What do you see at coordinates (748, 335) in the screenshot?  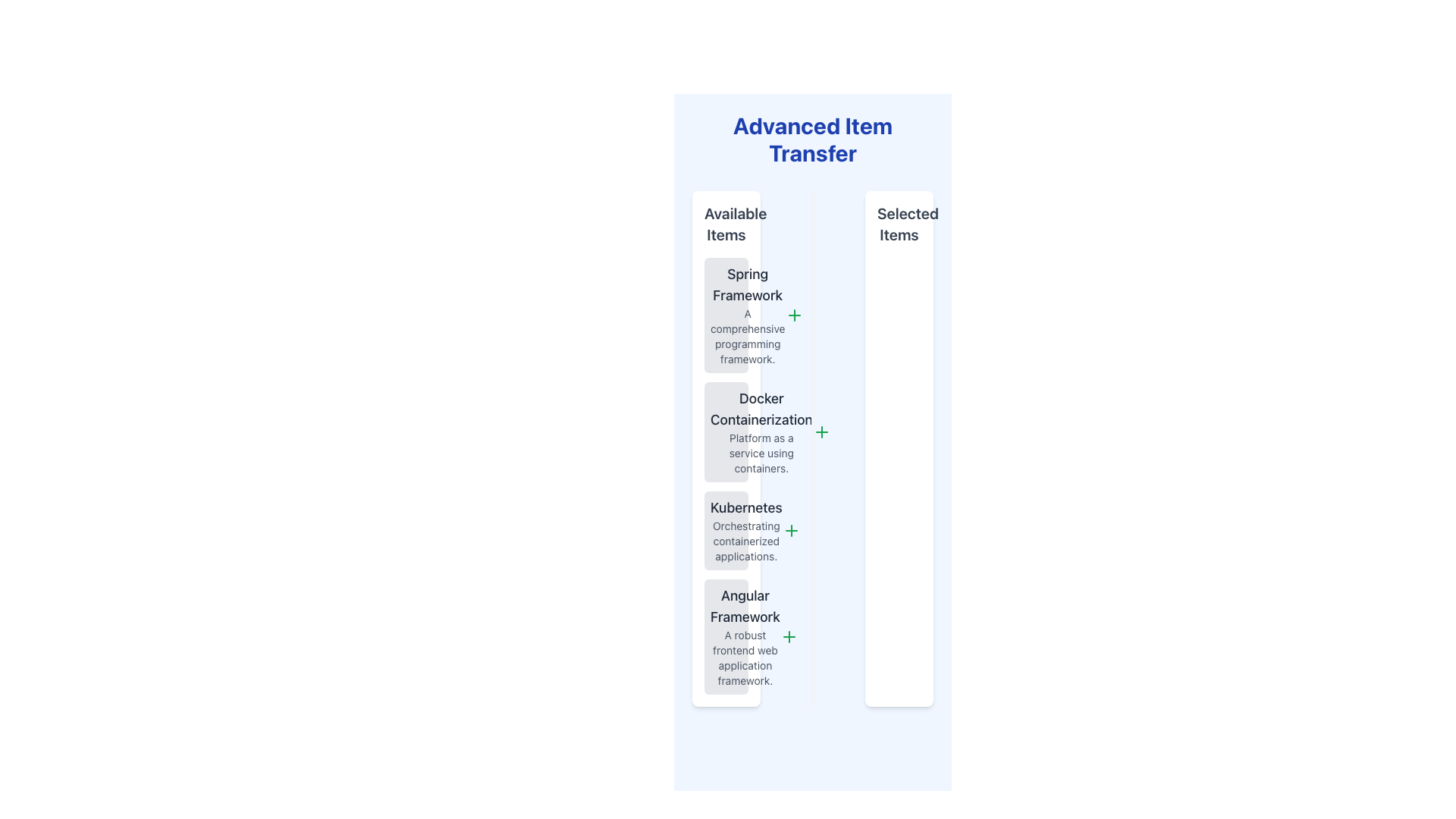 I see `the informational Text Label that describes the 'Spring Framework' item located in the 'Available Items' section, positioned directly below the 'Spring Framework' title` at bounding box center [748, 335].